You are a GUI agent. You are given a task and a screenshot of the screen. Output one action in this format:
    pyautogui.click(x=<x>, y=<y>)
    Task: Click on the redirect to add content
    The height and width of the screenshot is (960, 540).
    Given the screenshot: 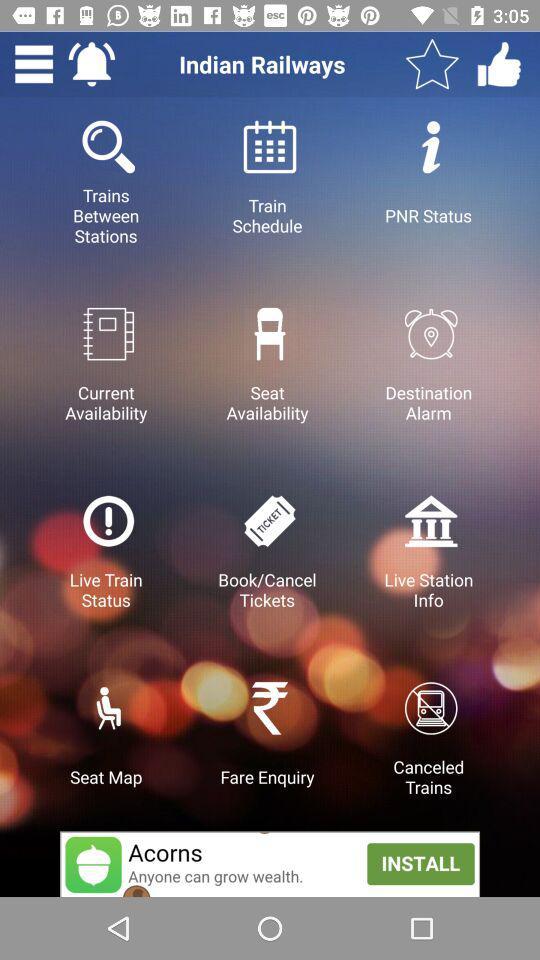 What is the action you would take?
    pyautogui.click(x=270, y=863)
    